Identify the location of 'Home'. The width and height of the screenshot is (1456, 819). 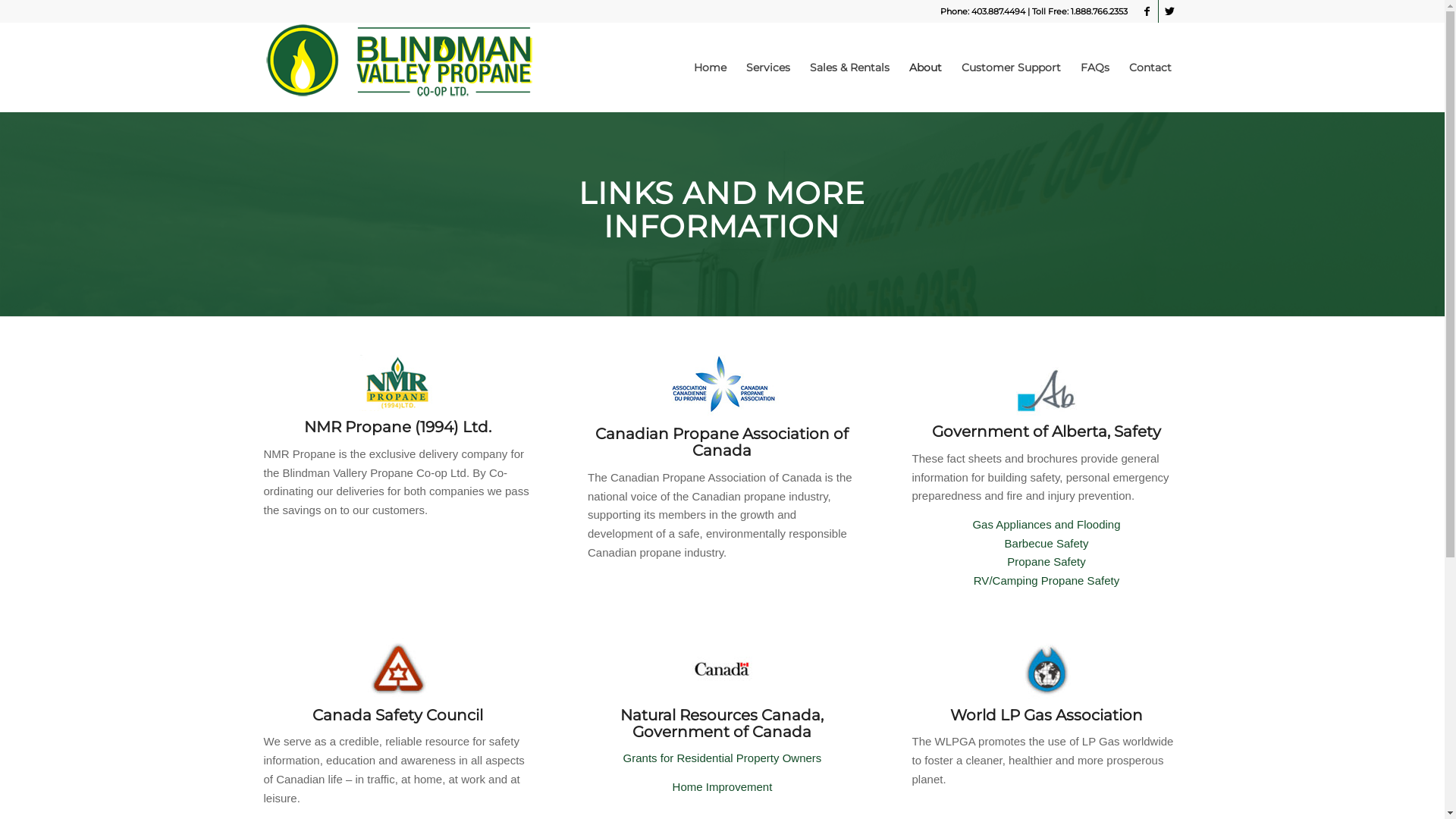
(709, 66).